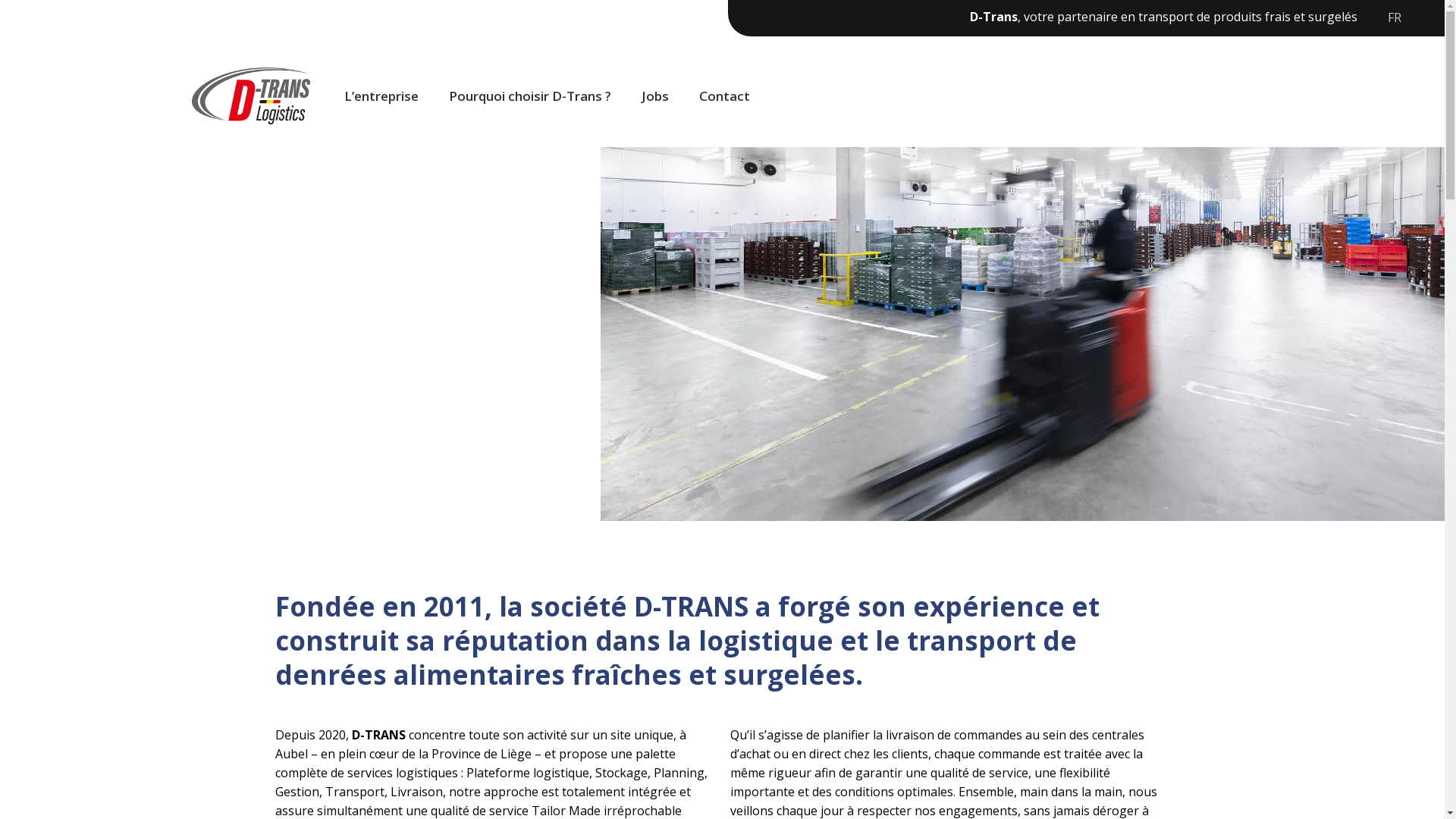 The width and height of the screenshot is (1456, 819). Describe the element at coordinates (683, 96) in the screenshot. I see `'Contact'` at that location.